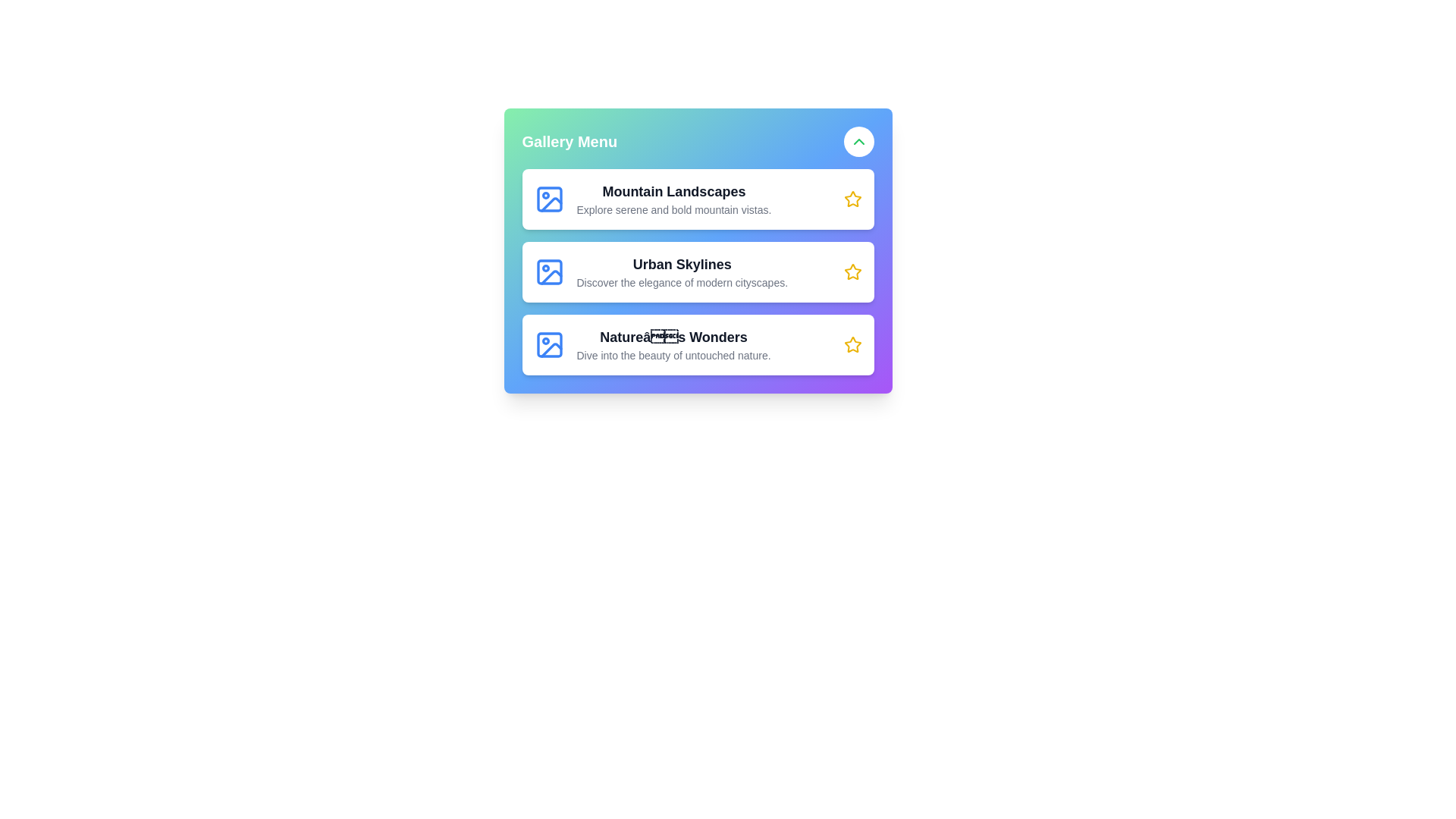  What do you see at coordinates (697, 345) in the screenshot?
I see `the gallery item Nature’s Wonders to trigger its hover effect` at bounding box center [697, 345].